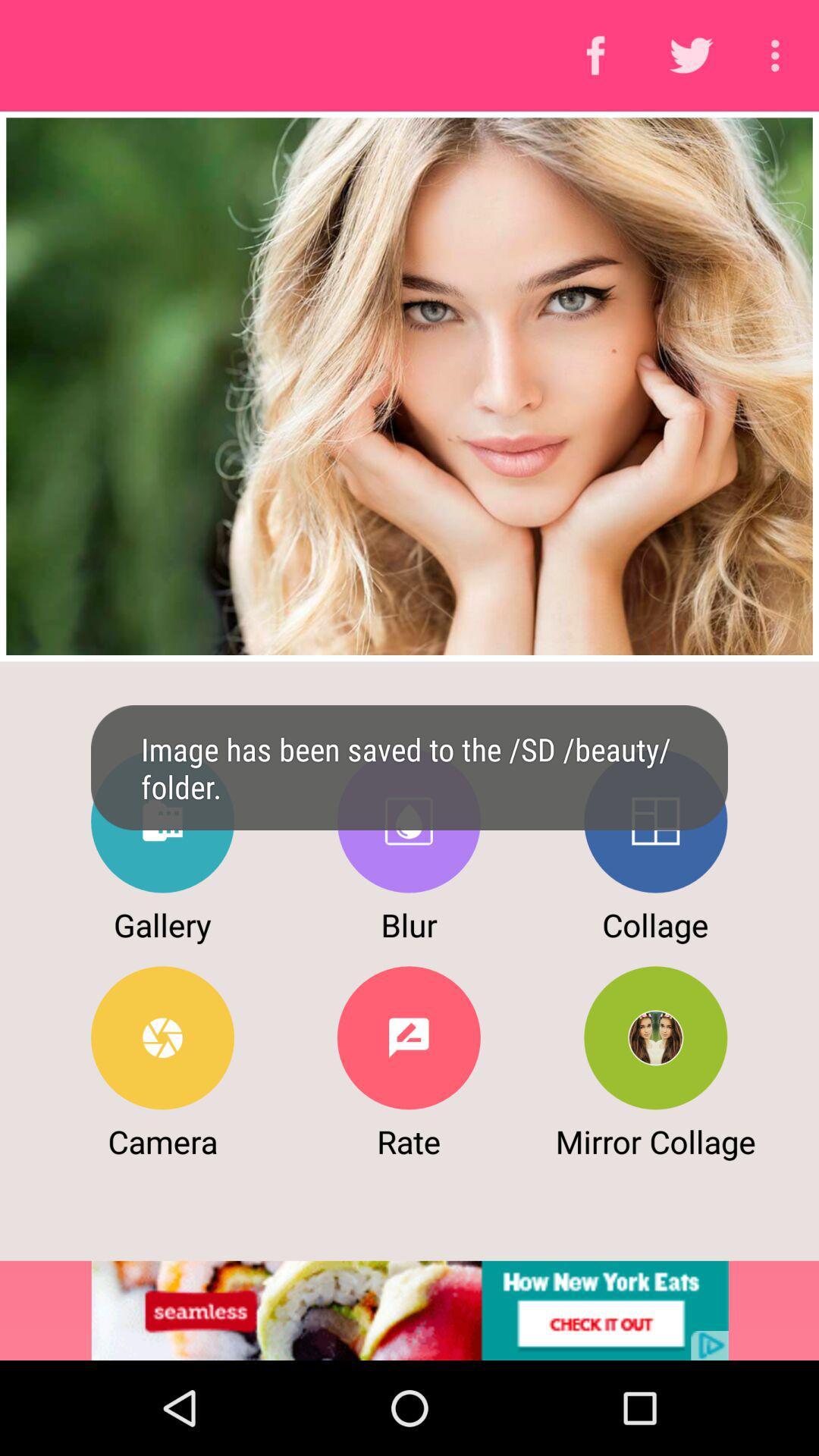  What do you see at coordinates (408, 821) in the screenshot?
I see `blur the input image` at bounding box center [408, 821].